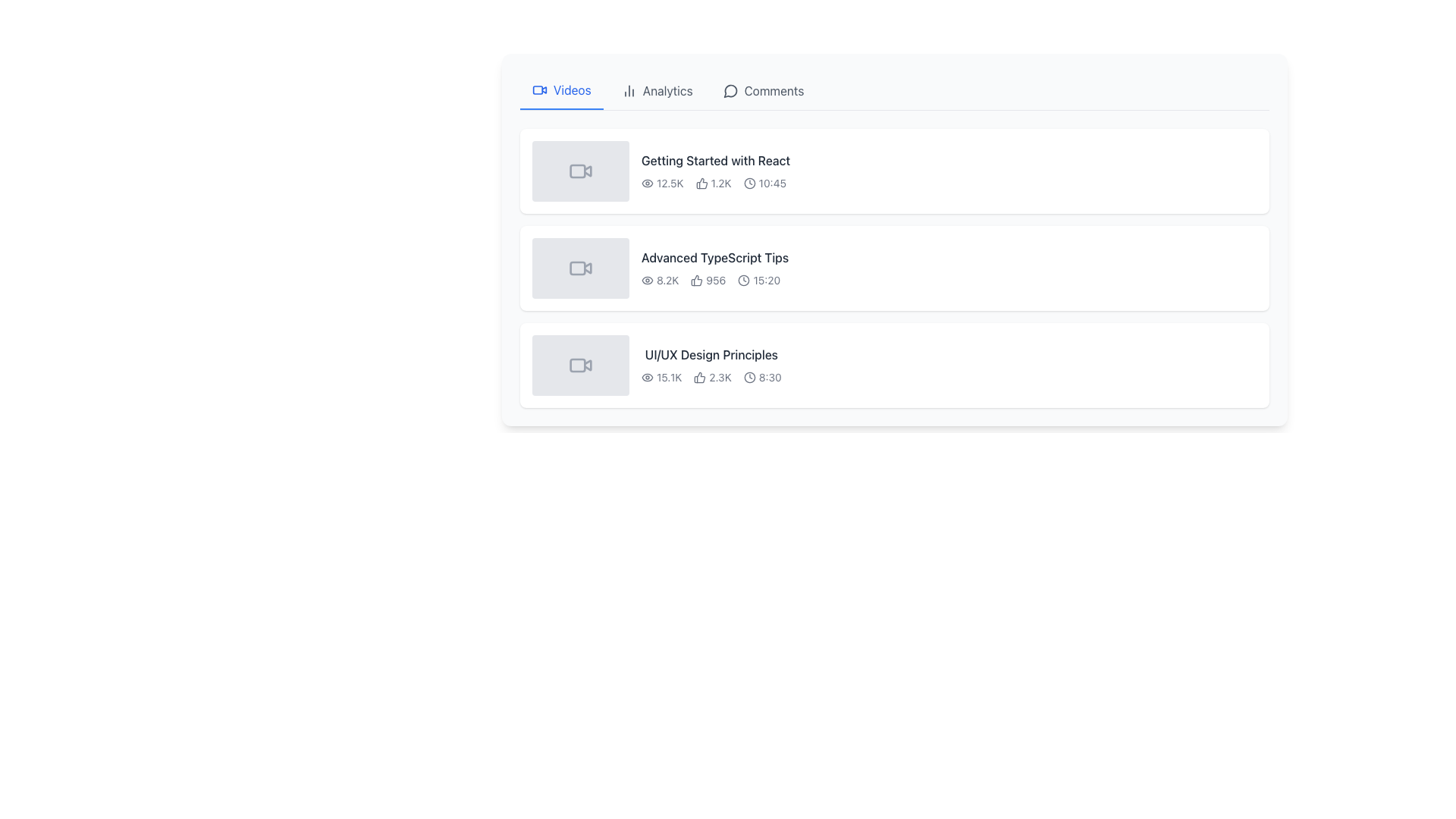 Image resolution: width=1456 pixels, height=819 pixels. What do you see at coordinates (749, 183) in the screenshot?
I see `the circular SVG element that is part of the clock icon displayed next to the video duration for the first video entry` at bounding box center [749, 183].